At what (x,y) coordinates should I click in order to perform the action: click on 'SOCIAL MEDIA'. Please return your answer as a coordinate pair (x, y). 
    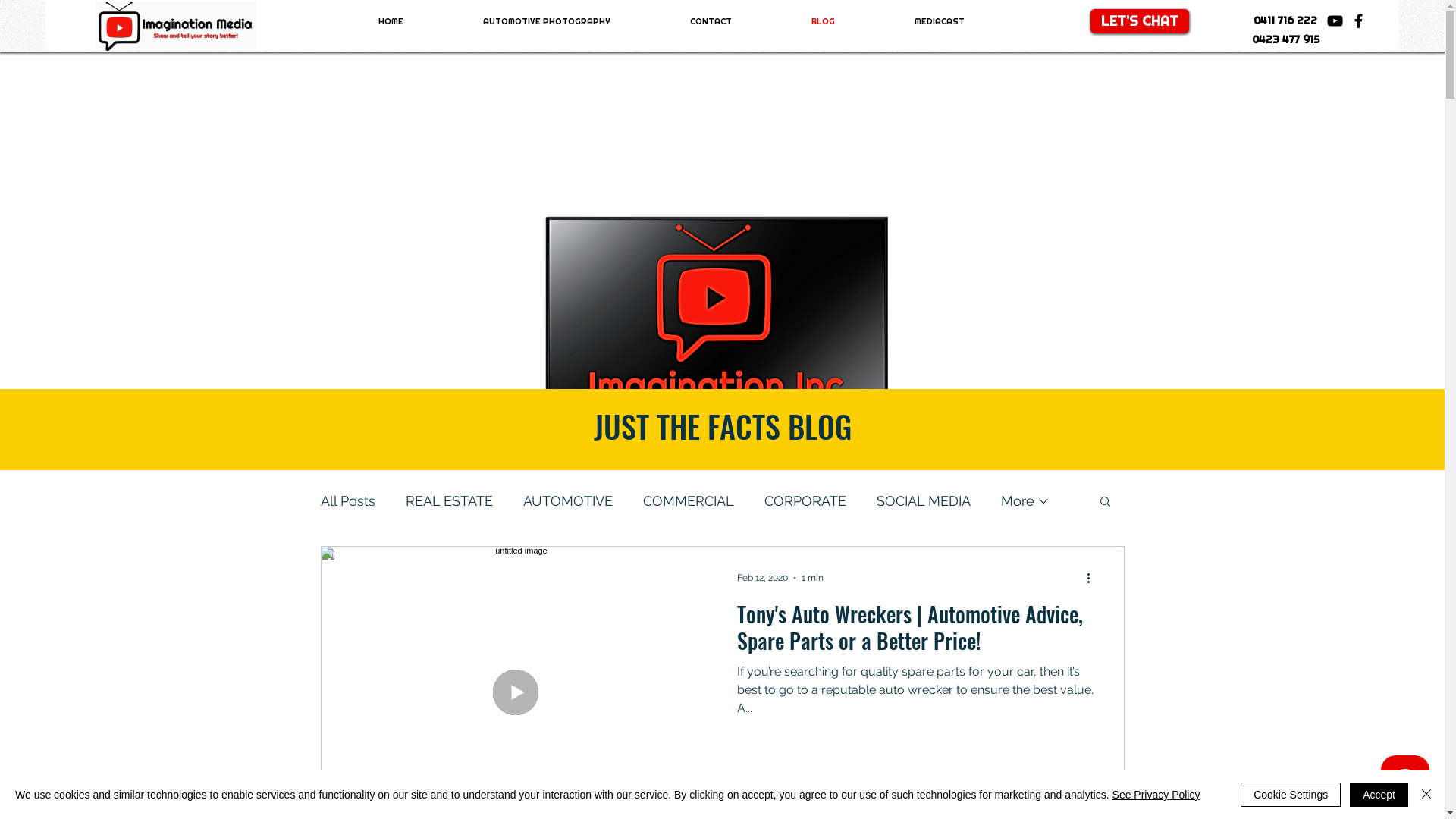
    Looking at the image, I should click on (923, 500).